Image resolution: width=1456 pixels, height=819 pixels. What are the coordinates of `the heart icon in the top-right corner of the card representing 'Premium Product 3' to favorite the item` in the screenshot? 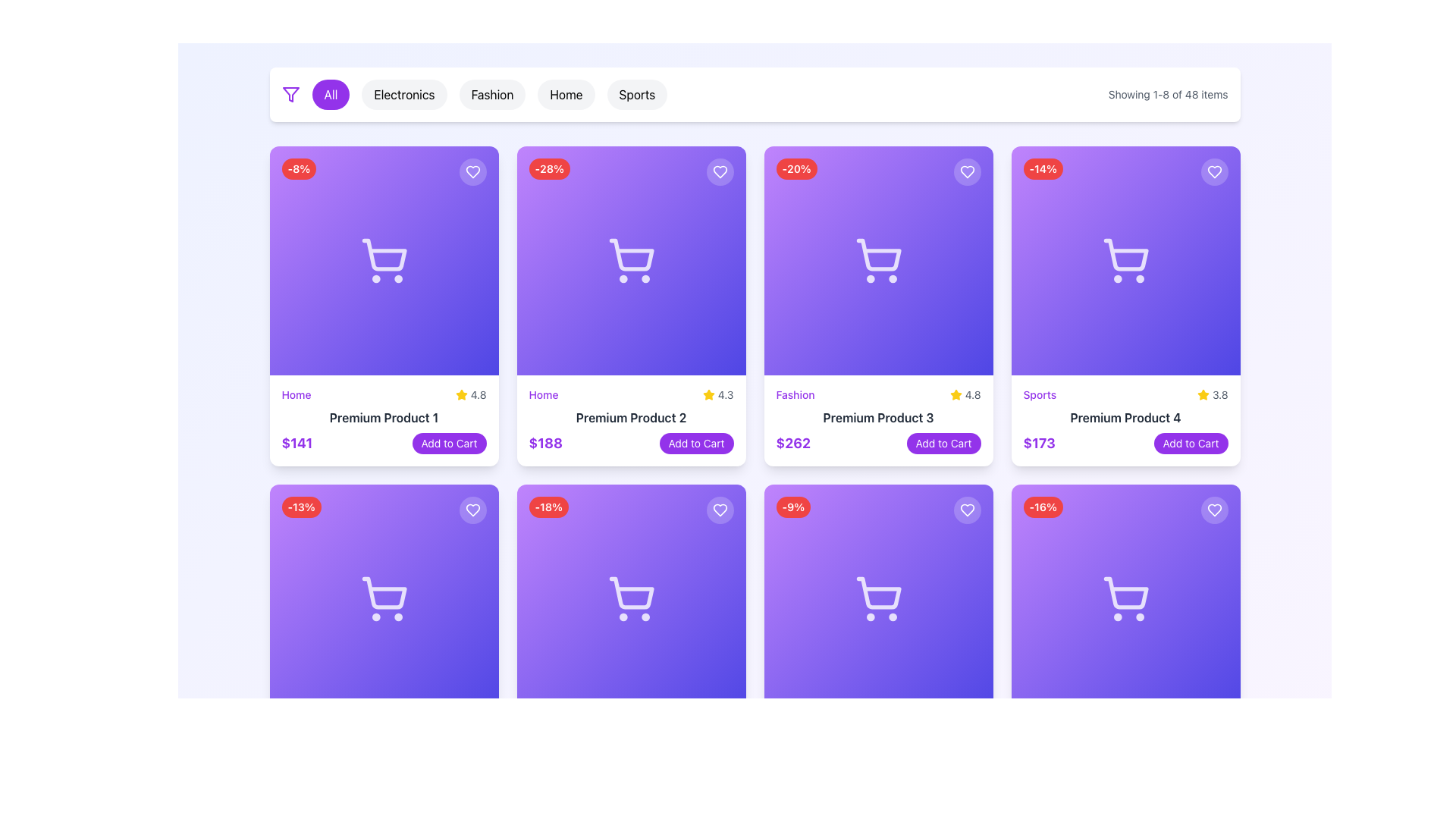 It's located at (966, 510).